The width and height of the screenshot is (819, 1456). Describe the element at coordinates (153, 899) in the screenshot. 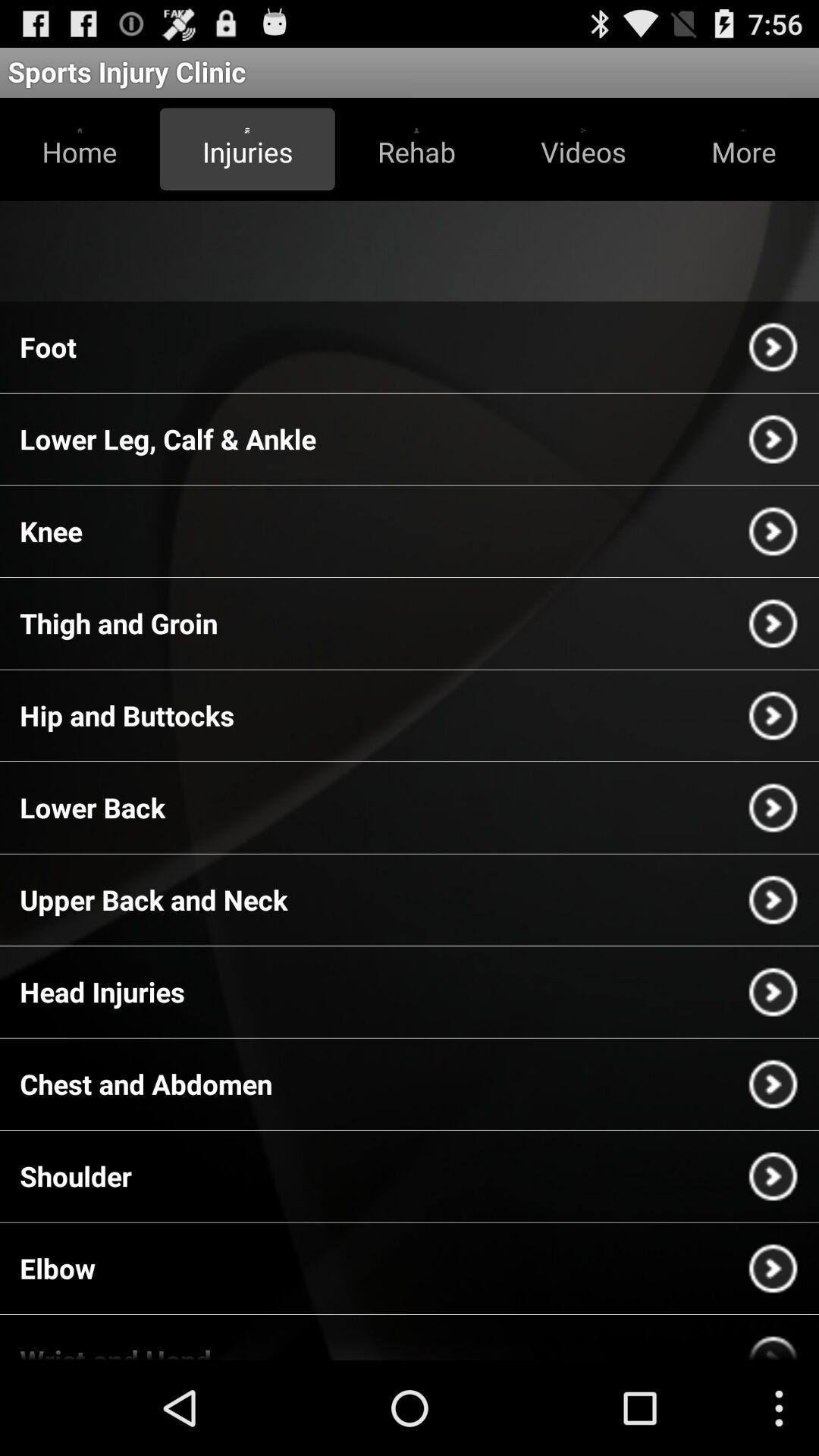

I see `the upper back and app` at that location.